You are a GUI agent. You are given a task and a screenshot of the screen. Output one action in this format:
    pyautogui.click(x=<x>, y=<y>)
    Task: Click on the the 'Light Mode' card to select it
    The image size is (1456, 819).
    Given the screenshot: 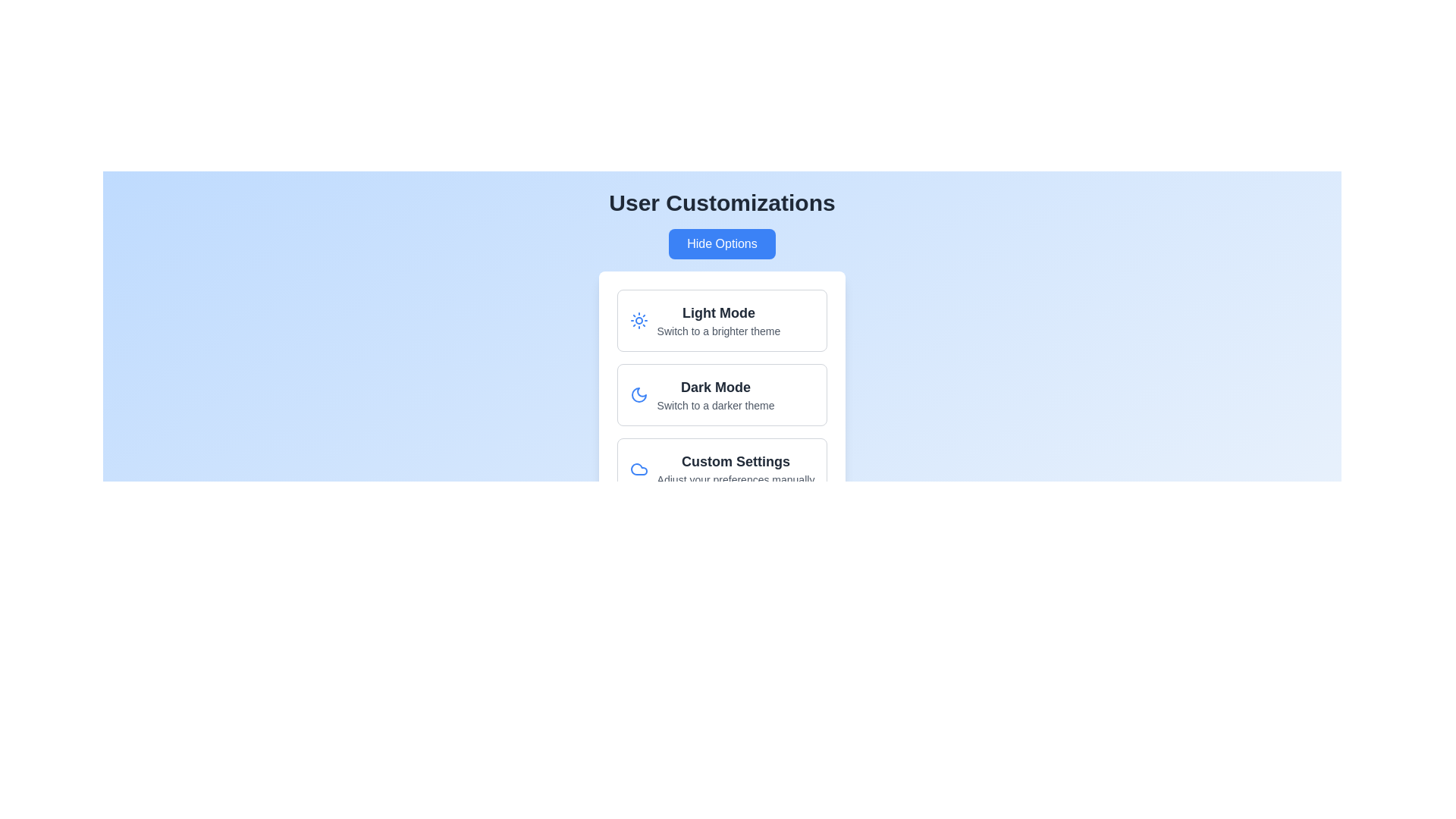 What is the action you would take?
    pyautogui.click(x=721, y=320)
    